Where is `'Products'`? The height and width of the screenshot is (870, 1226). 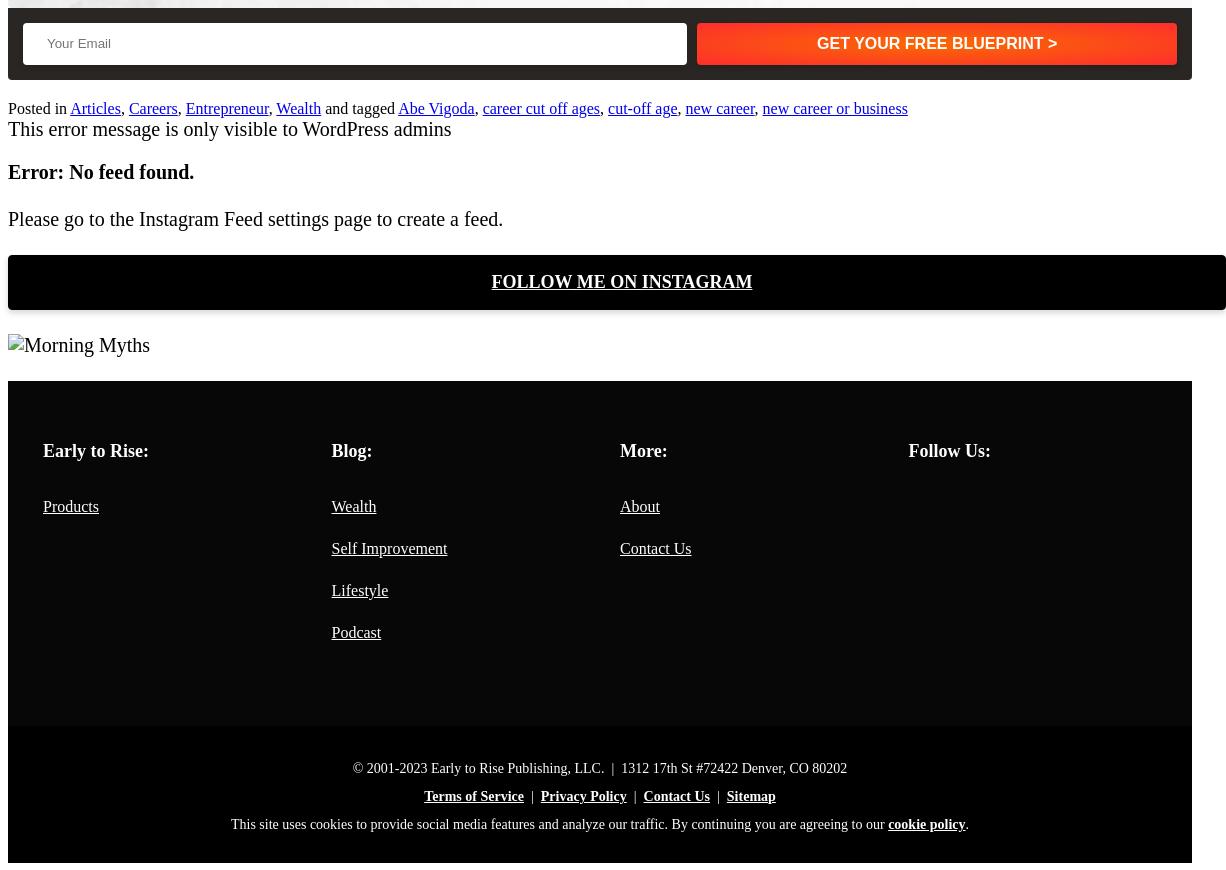 'Products' is located at coordinates (70, 505).